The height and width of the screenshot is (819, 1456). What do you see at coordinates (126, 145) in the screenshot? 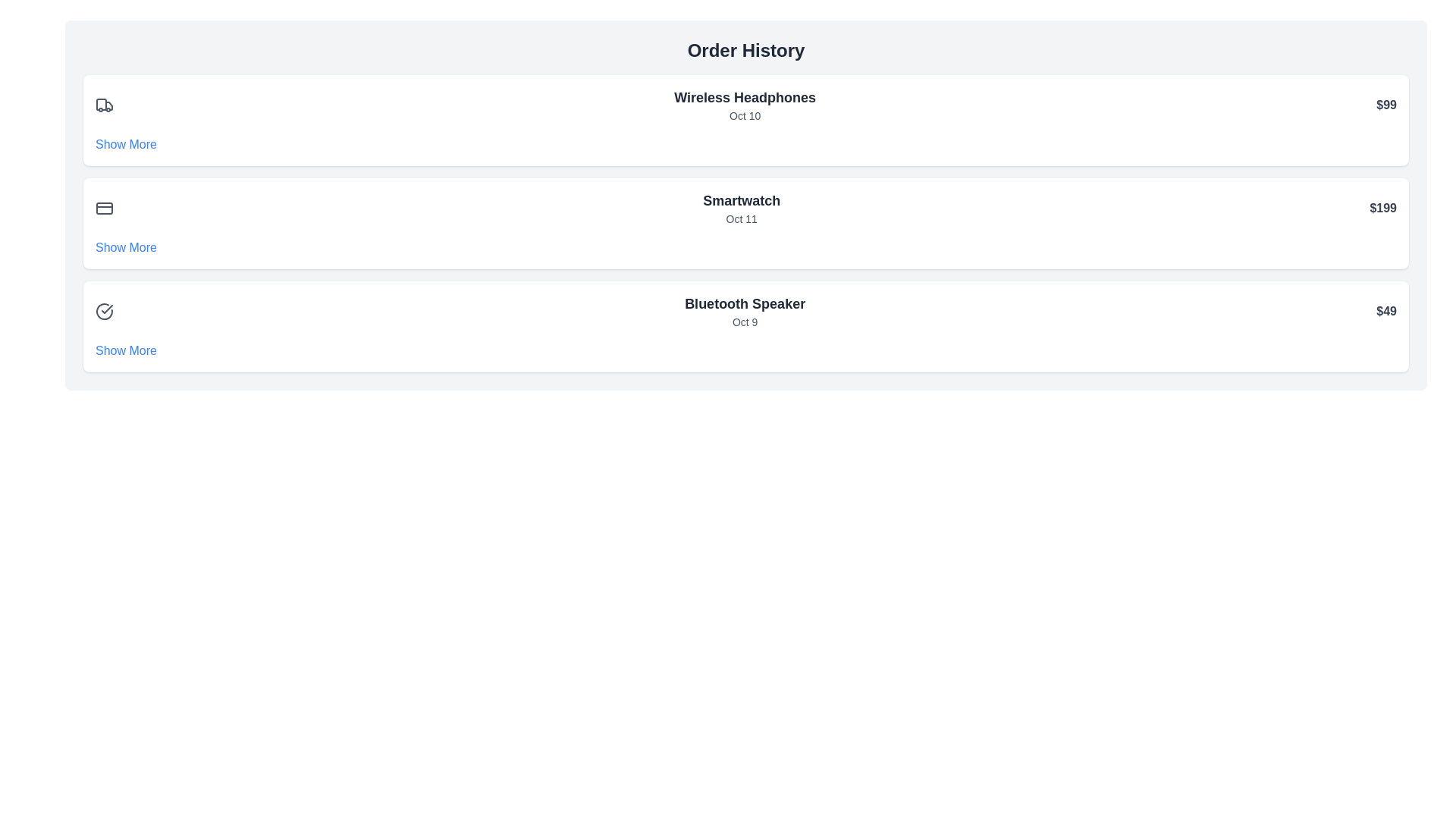
I see `the 'Show More' button displayed in blue font located in the first card under 'Wireless Headphones' to change its color, indicating interactivity` at bounding box center [126, 145].